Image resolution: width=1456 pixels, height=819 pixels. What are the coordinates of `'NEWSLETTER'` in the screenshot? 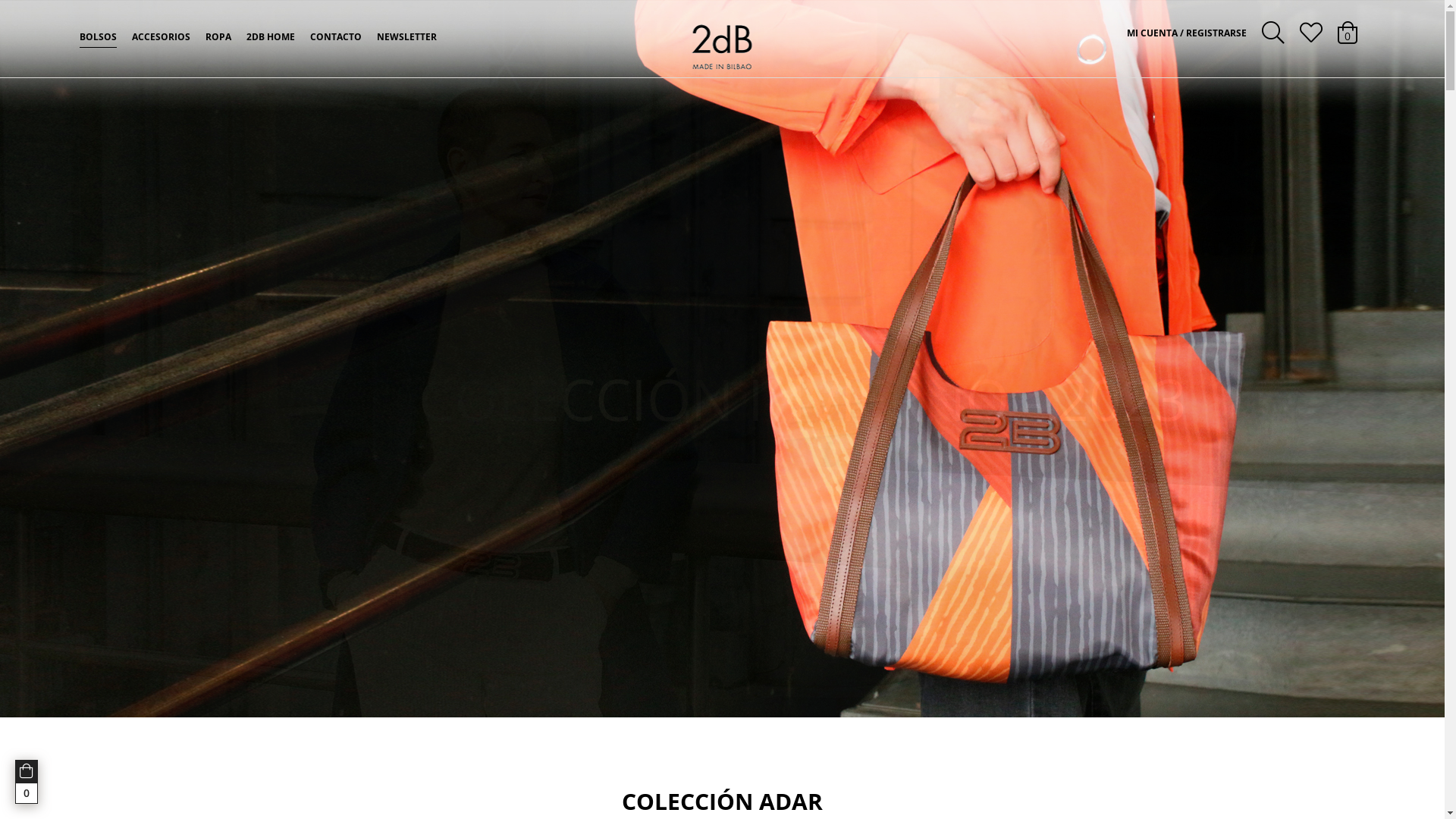 It's located at (406, 36).